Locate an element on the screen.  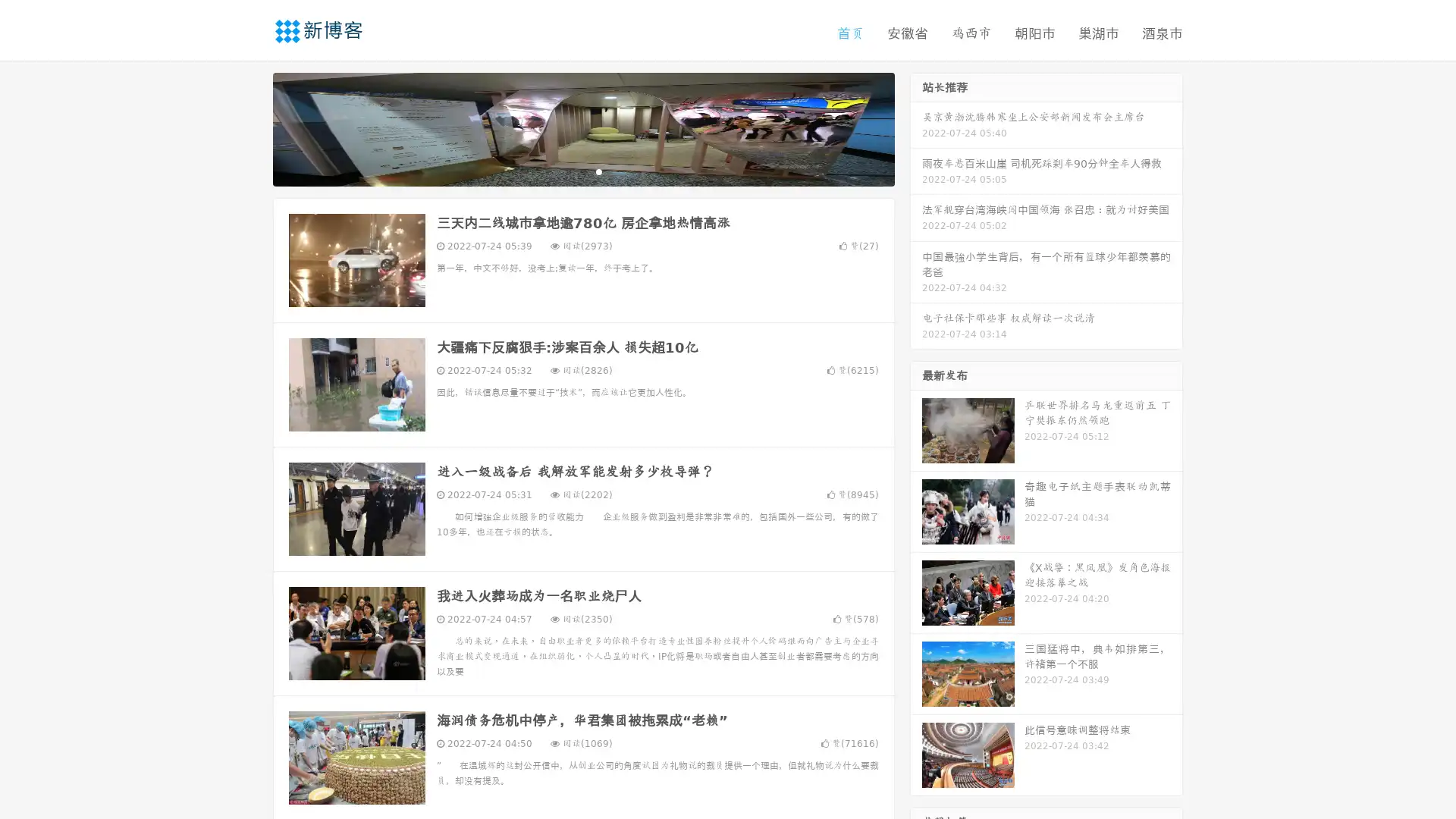
Go to slide 2 is located at coordinates (582, 171).